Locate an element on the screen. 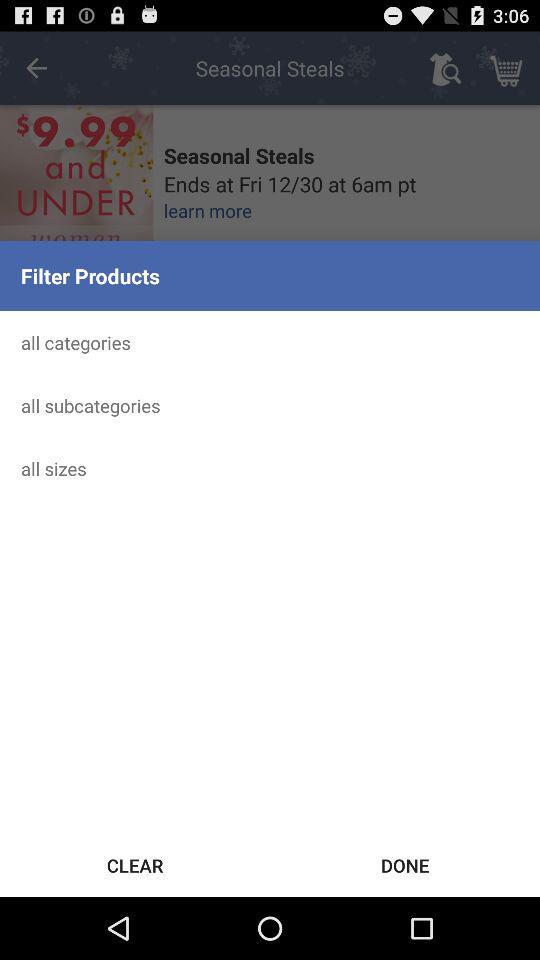 Image resolution: width=540 pixels, height=960 pixels. icon next to the done icon is located at coordinates (135, 864).